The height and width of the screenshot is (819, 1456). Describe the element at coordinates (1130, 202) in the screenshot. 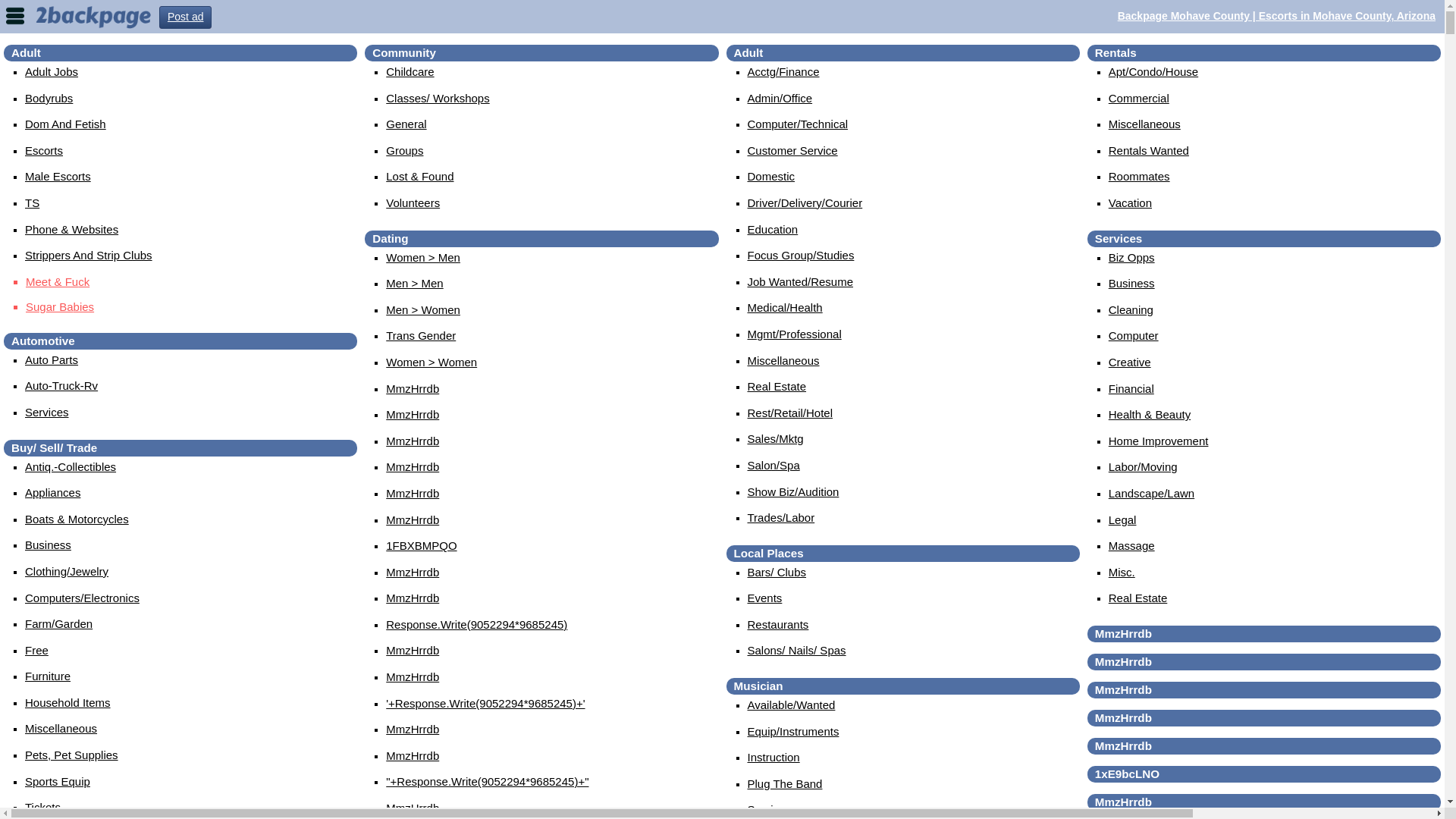

I see `'Vacation'` at that location.